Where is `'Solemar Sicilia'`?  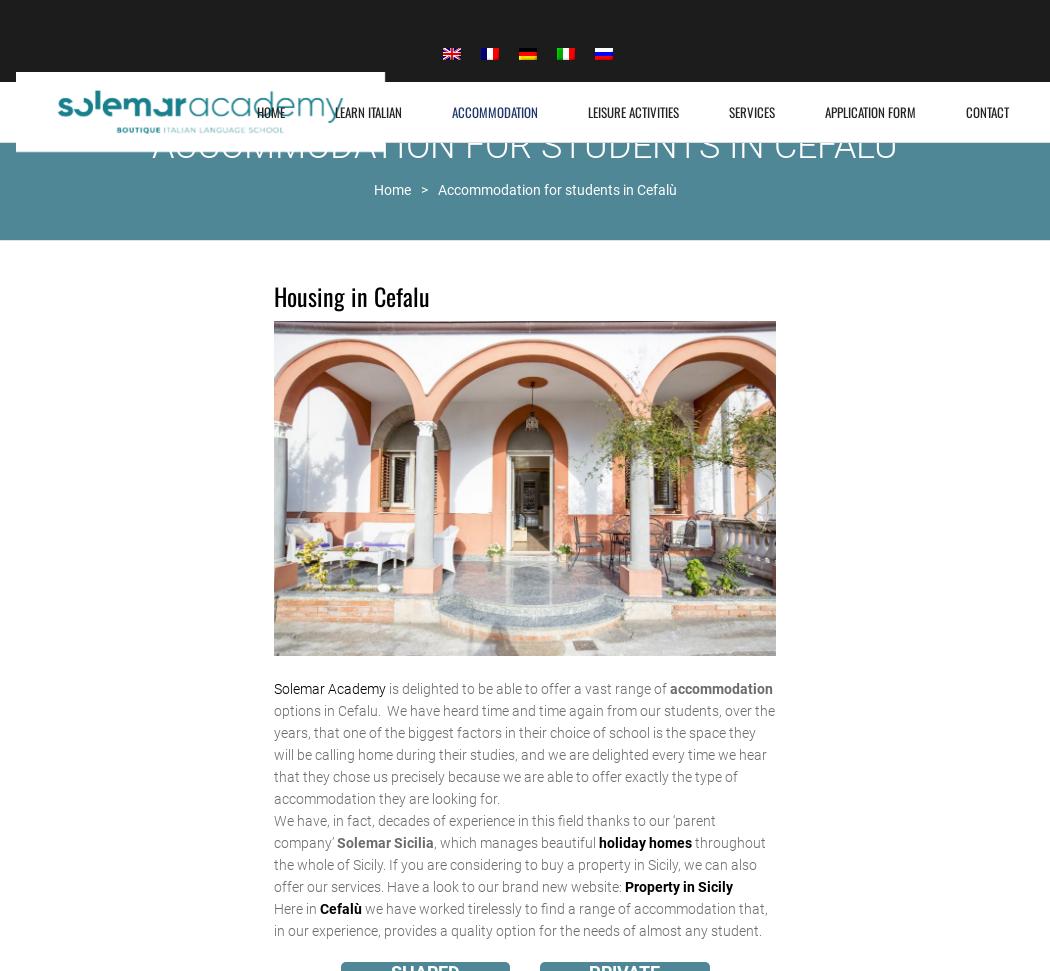
'Solemar Sicilia' is located at coordinates (384, 840).